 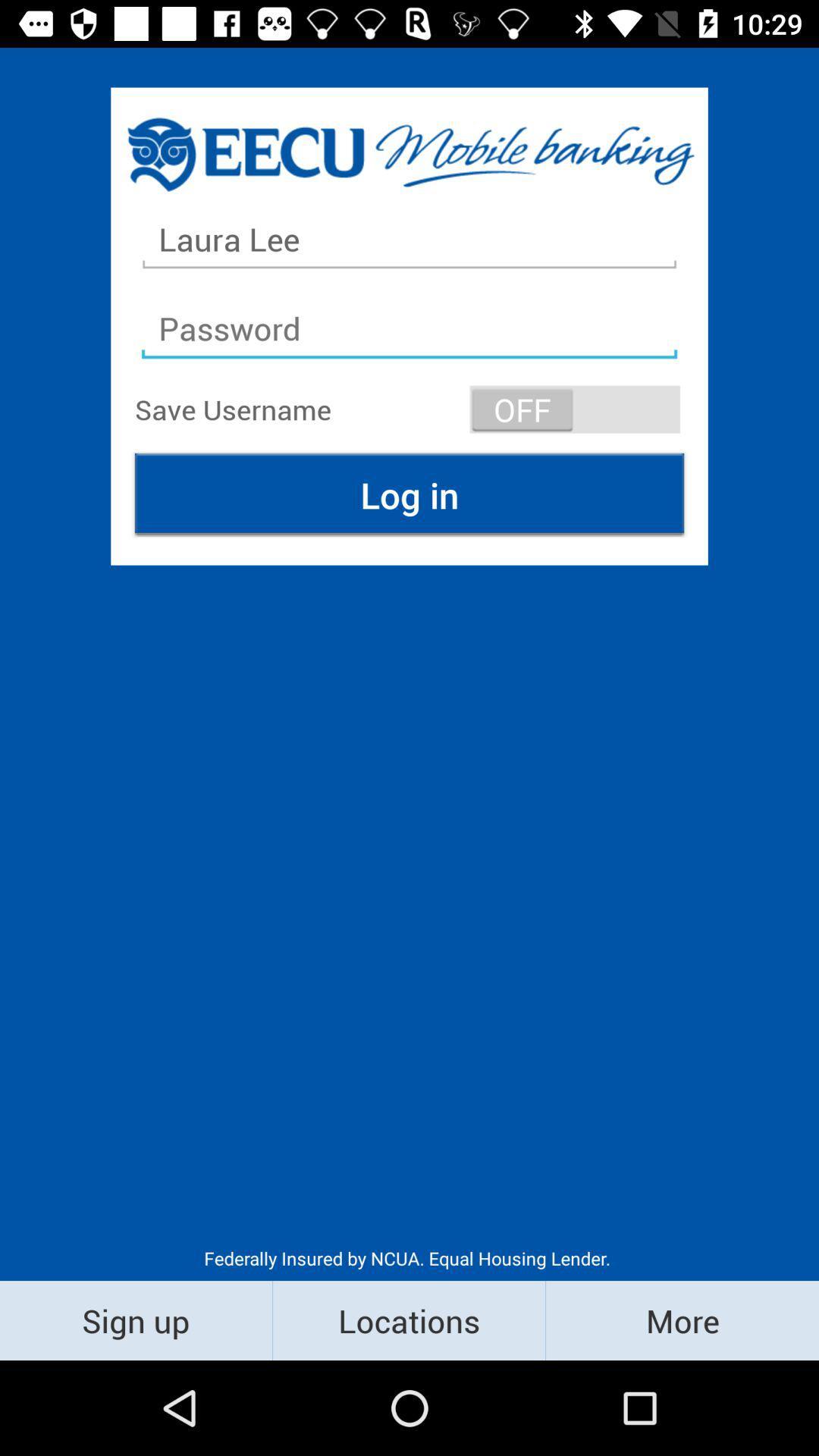 I want to click on item below the federally insured by icon, so click(x=408, y=1319).